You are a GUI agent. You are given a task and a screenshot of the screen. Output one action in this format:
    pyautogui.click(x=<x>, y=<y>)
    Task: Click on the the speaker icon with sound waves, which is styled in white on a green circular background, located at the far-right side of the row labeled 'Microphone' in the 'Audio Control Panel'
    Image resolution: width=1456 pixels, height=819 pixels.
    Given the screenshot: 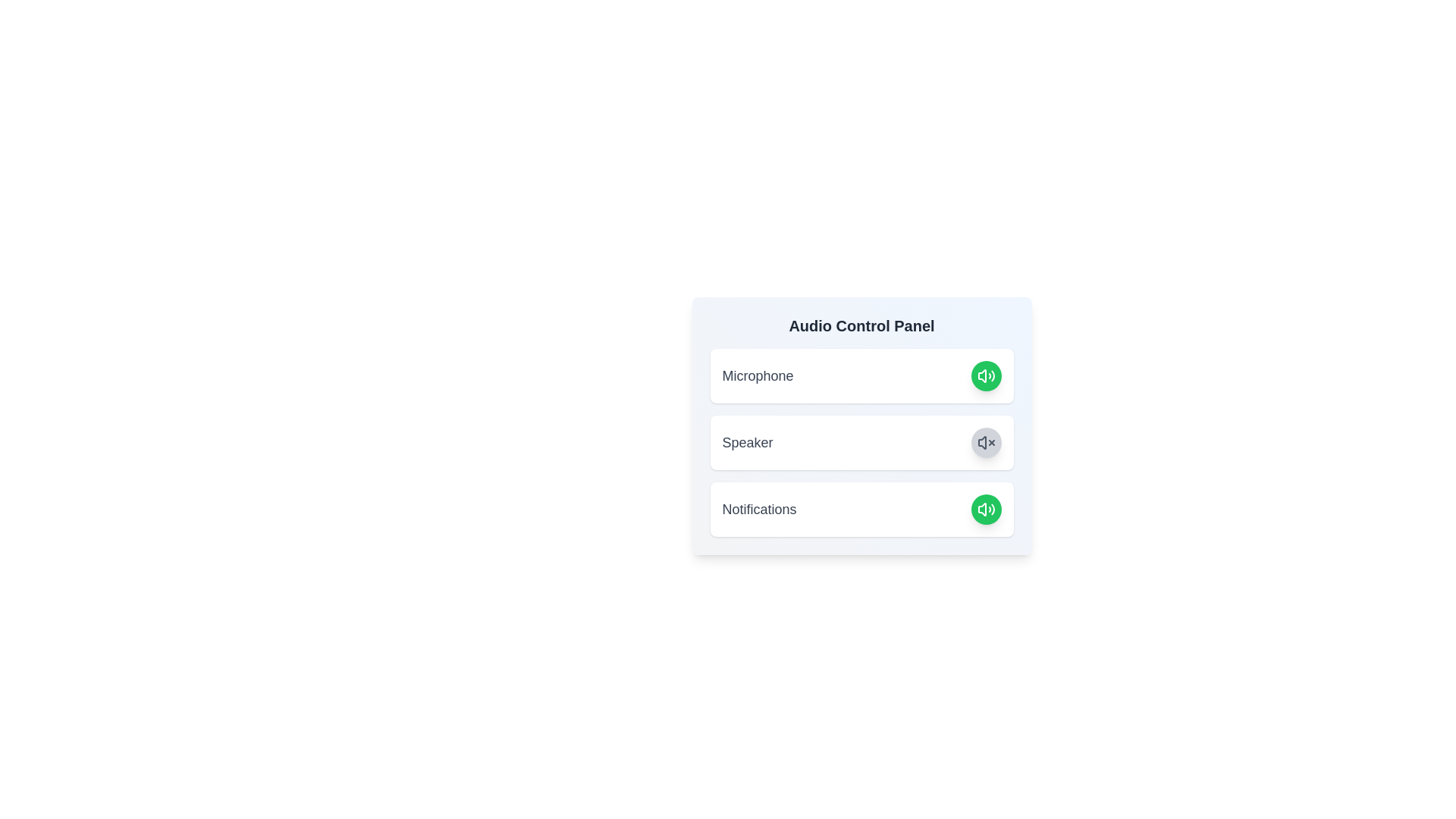 What is the action you would take?
    pyautogui.click(x=986, y=509)
    